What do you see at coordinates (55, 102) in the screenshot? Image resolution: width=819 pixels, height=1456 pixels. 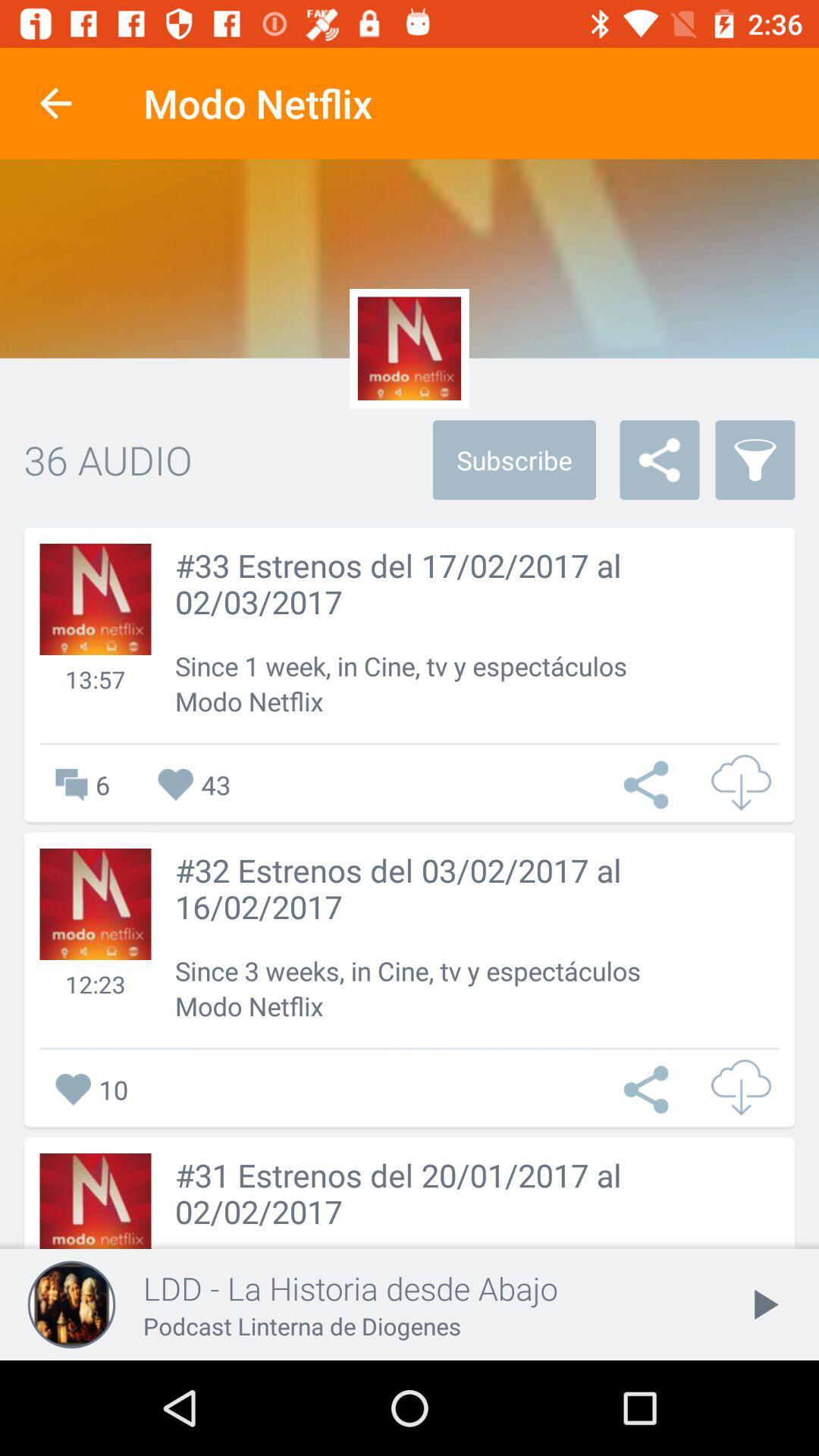 I see `icon next to the modo netflix` at bounding box center [55, 102].